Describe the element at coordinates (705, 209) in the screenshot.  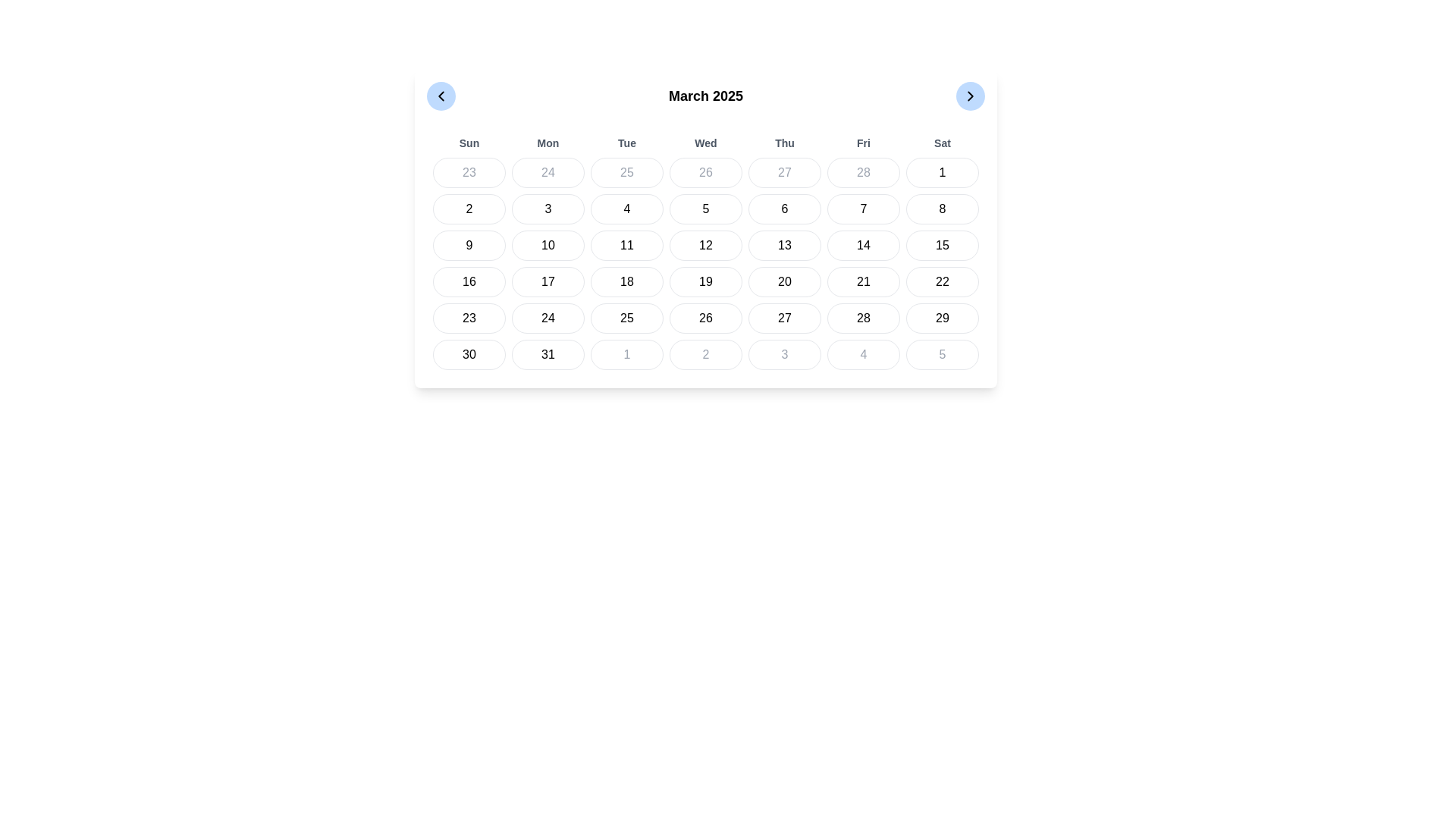
I see `the button representing the date '5' in the first week of March 2025 calendar` at that location.